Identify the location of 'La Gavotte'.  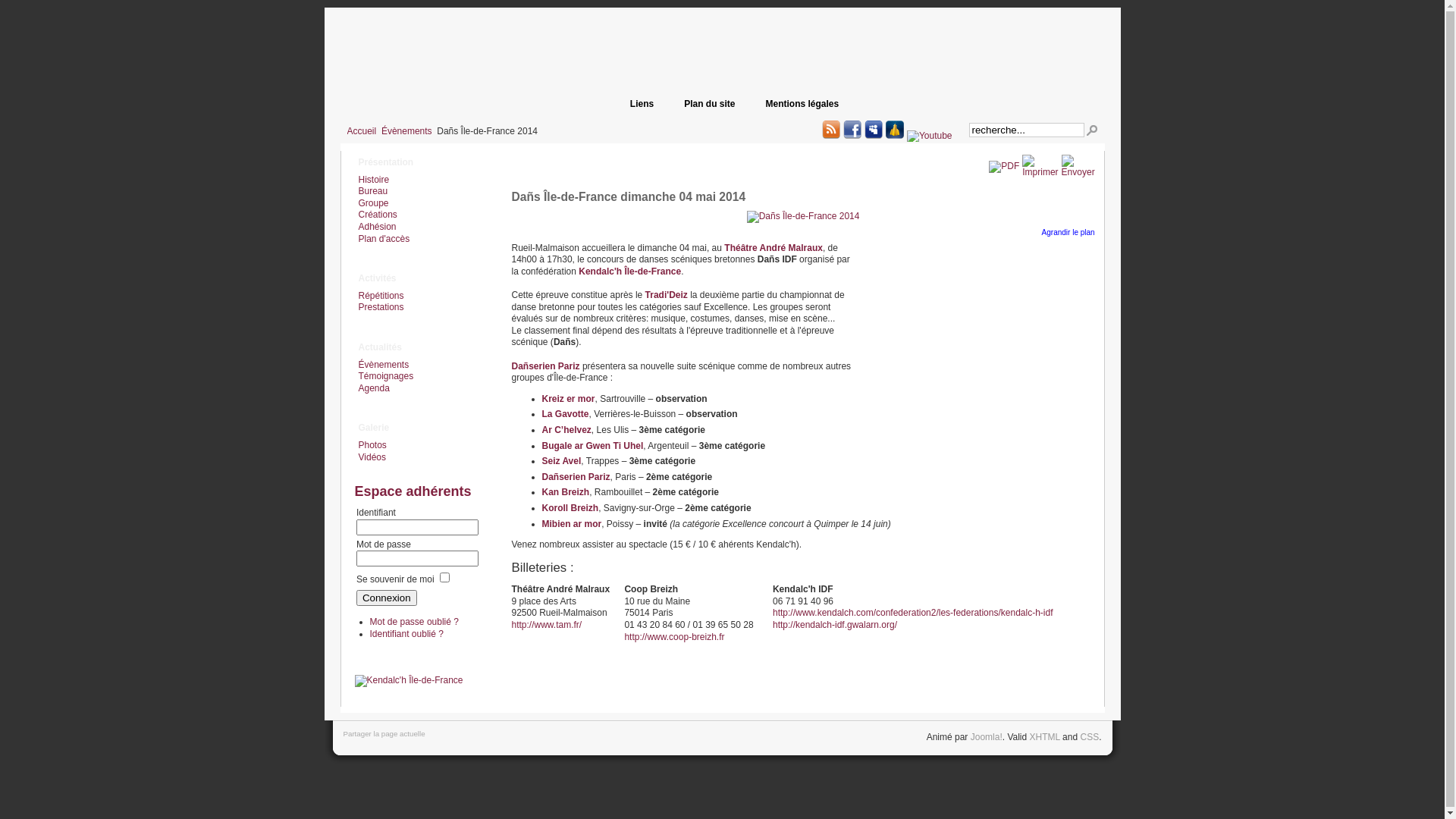
(563, 414).